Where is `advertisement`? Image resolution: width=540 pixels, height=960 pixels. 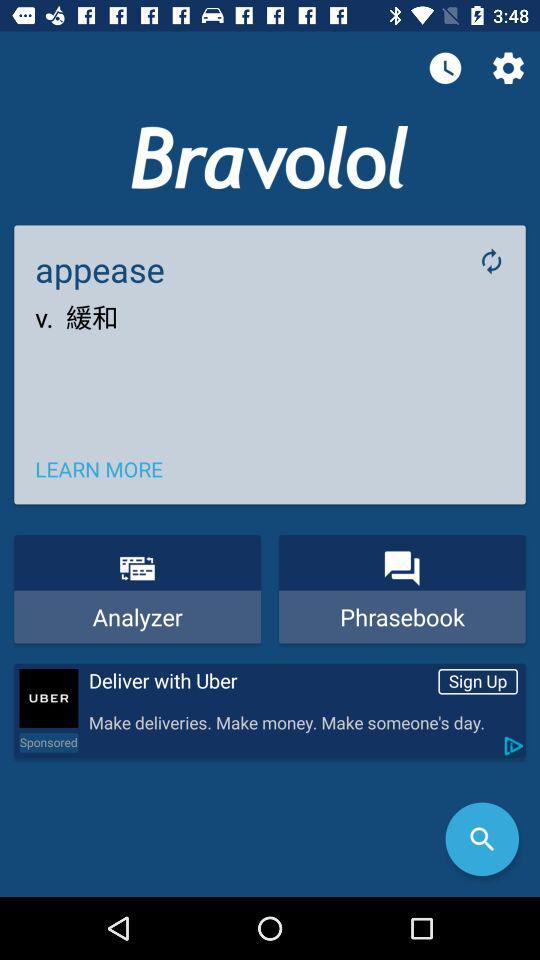 advertisement is located at coordinates (48, 698).